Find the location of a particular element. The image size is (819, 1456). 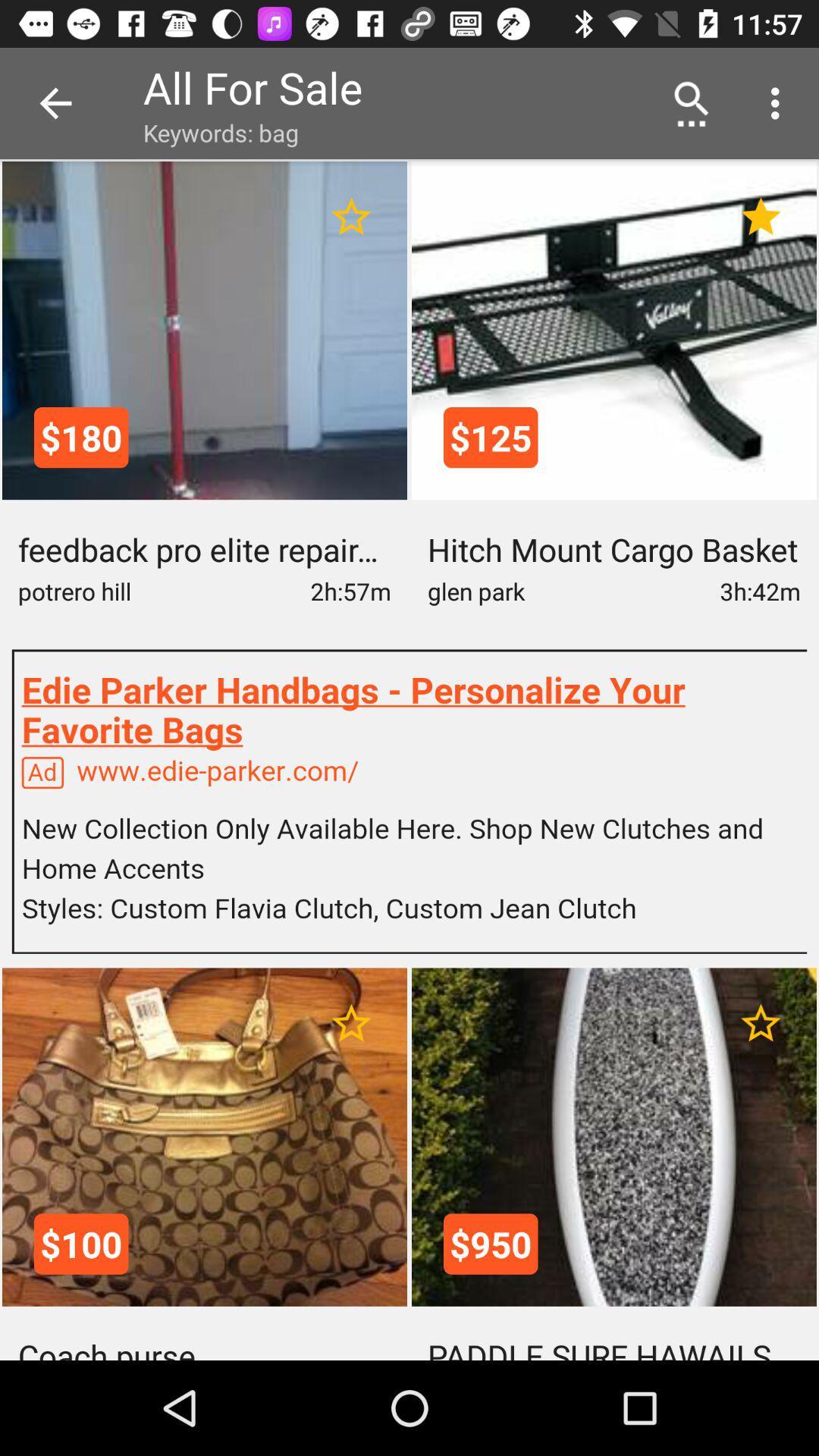

click the star option is located at coordinates (761, 216).